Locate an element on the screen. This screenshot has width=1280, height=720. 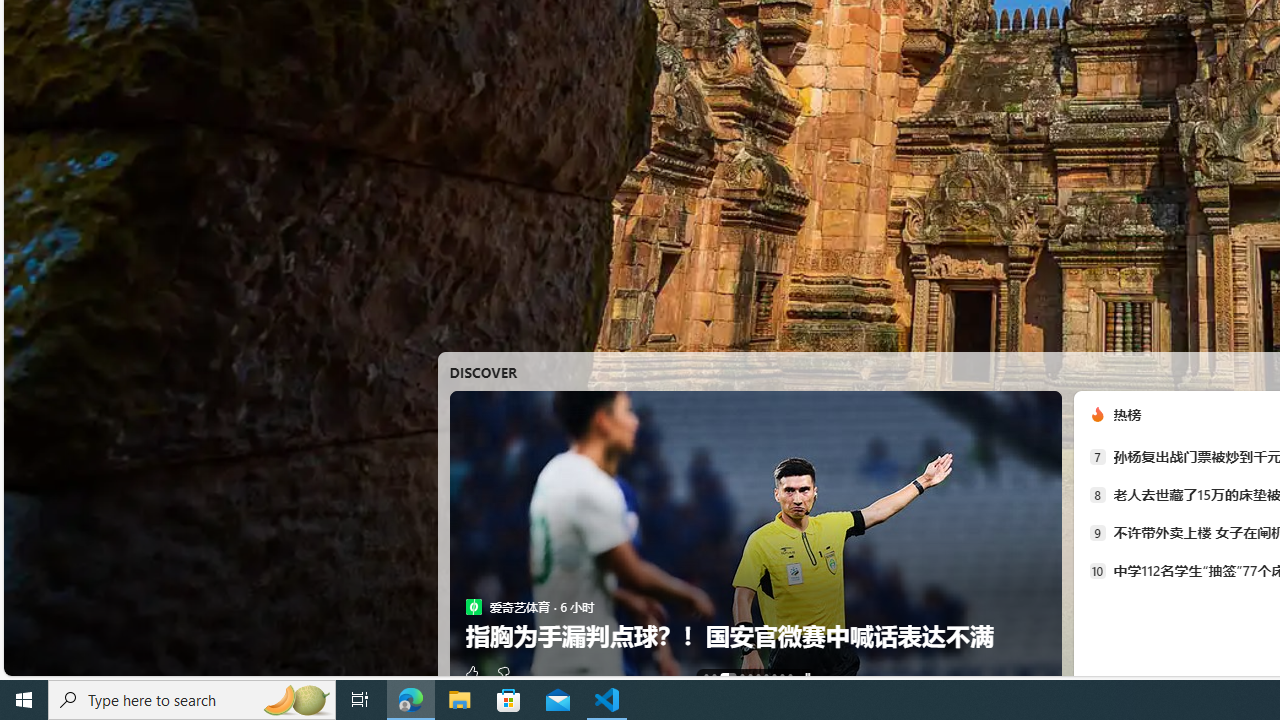
'AutomationID: tab-7' is located at coordinates (773, 675).